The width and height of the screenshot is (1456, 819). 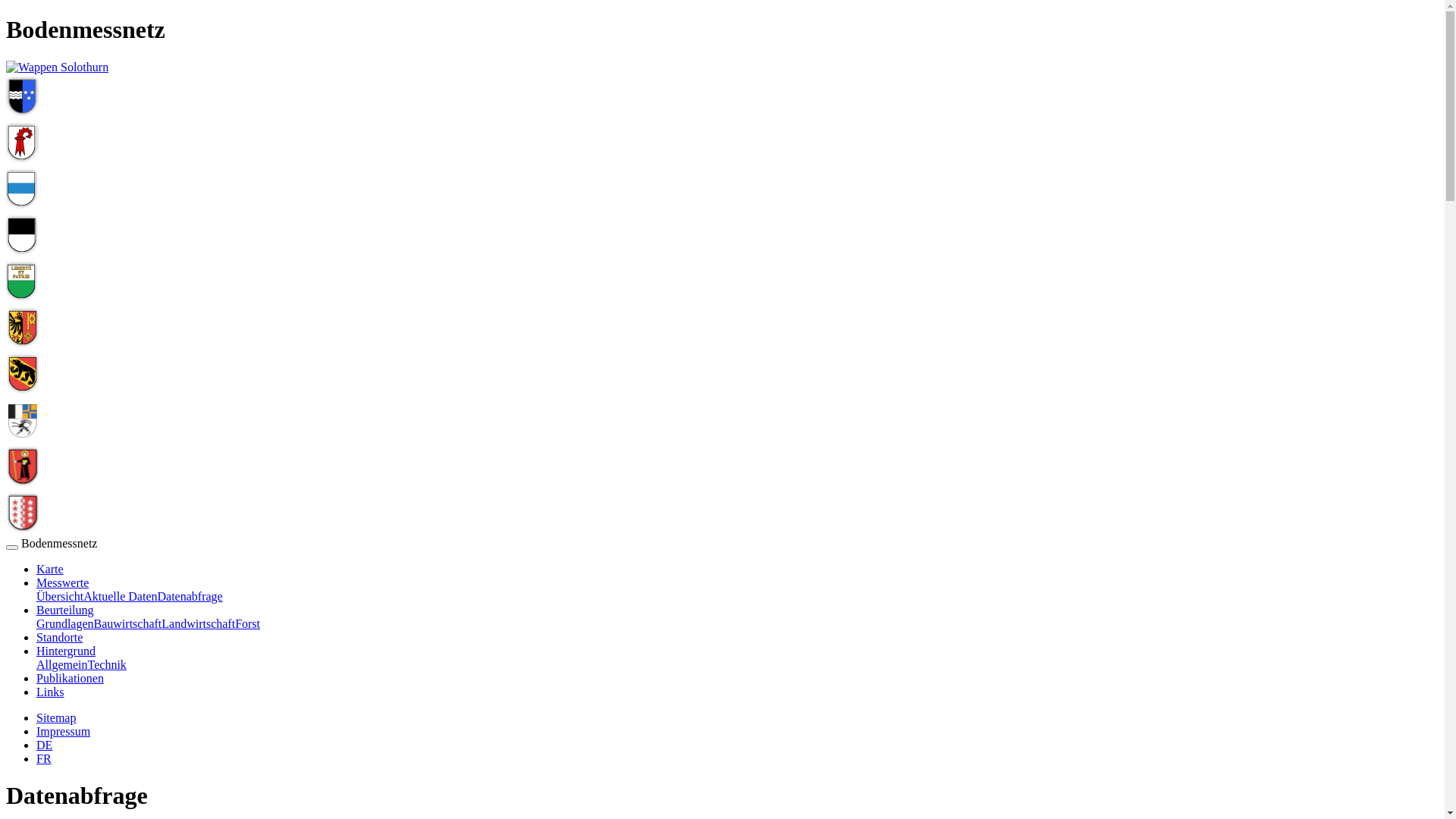 I want to click on 'Standorte', so click(x=59, y=637).